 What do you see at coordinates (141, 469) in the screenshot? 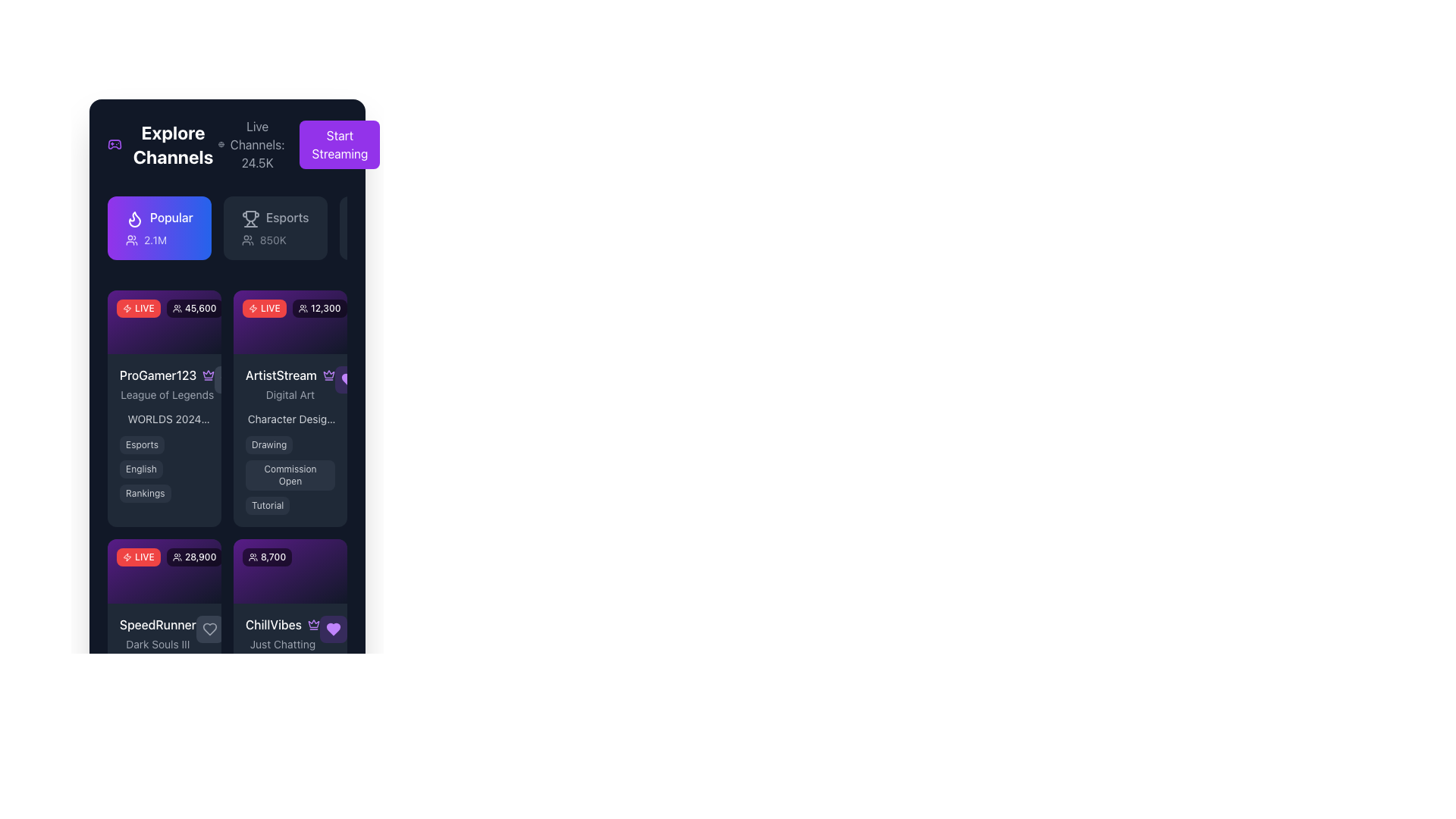
I see `the 'English' tag element, which represents the language of the associated content and is centrally located in the leftmost column of content cards, positioned second among the siblings 'Esports' and 'Rankings'` at bounding box center [141, 469].